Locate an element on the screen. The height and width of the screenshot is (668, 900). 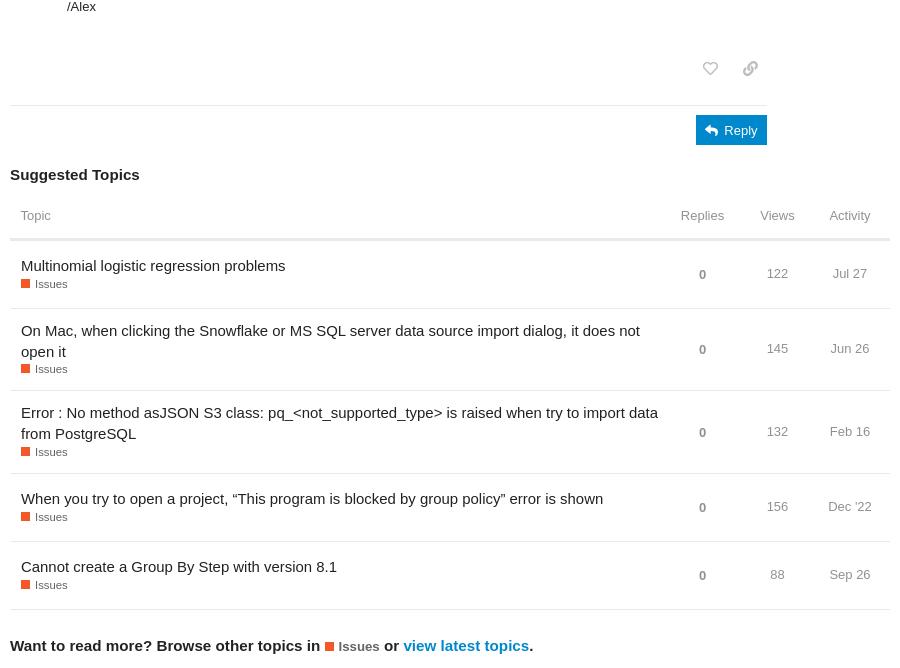
'On Mac, when clicking the Snowflake or MS SQL server data source import dialog, it does not open it' is located at coordinates (19, 340).